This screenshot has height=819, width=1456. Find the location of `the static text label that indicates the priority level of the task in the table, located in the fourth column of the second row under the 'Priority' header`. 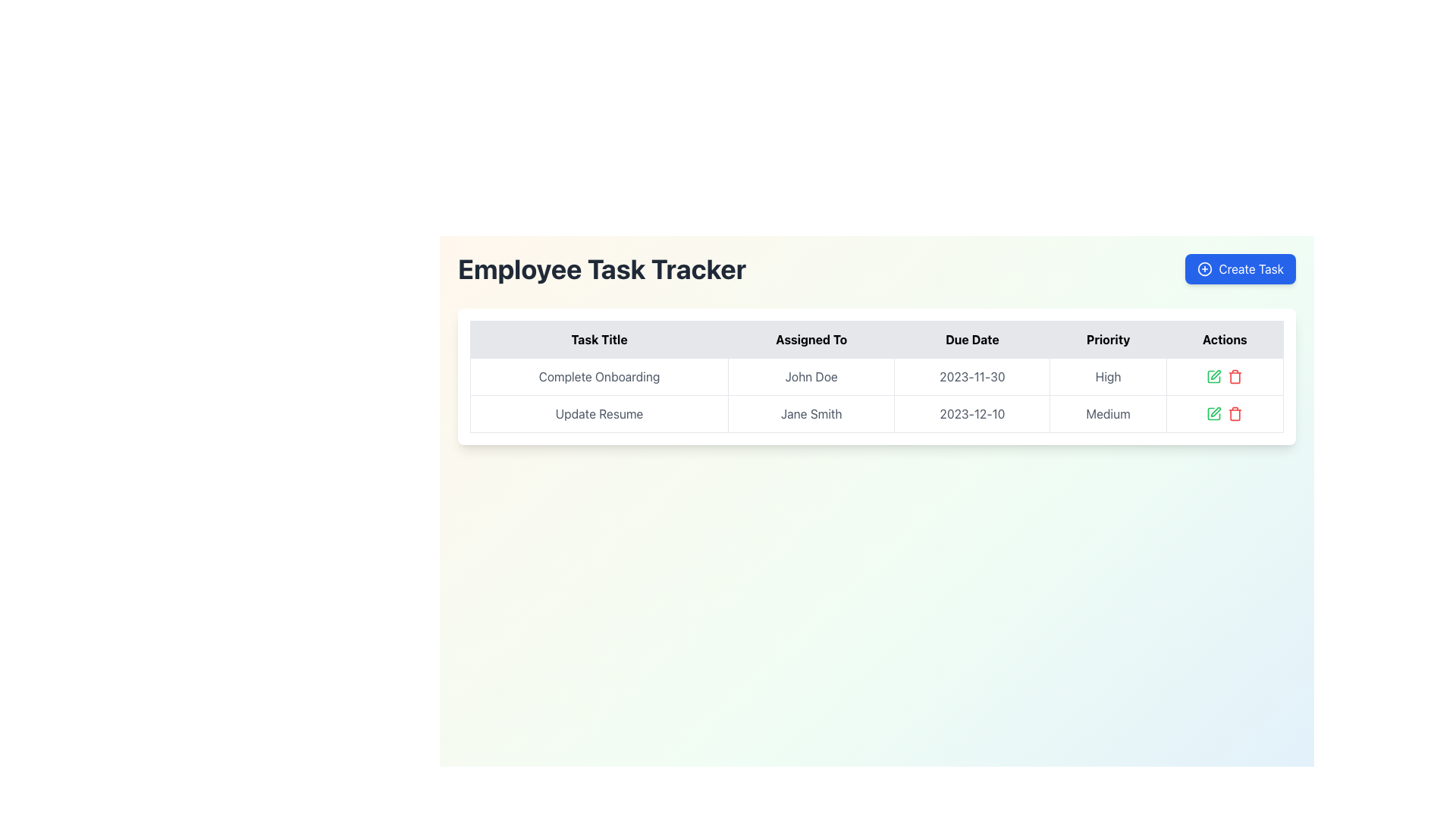

the static text label that indicates the priority level of the task in the table, located in the fourth column of the second row under the 'Priority' header is located at coordinates (1108, 414).